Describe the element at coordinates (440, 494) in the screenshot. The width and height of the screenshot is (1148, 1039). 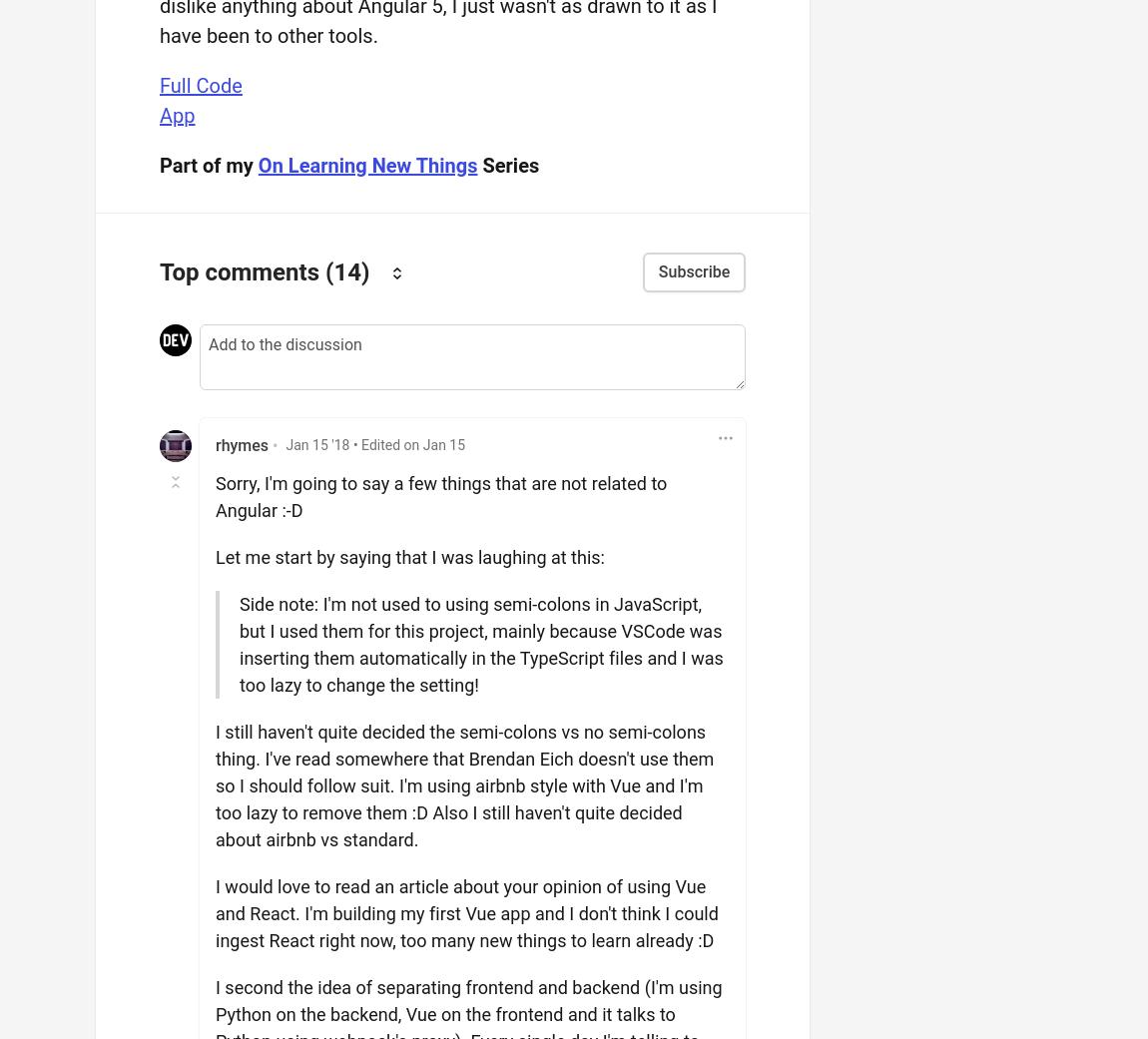
I see `'Sorry, I'm going to say a few things that are not related to Angular :-D'` at that location.